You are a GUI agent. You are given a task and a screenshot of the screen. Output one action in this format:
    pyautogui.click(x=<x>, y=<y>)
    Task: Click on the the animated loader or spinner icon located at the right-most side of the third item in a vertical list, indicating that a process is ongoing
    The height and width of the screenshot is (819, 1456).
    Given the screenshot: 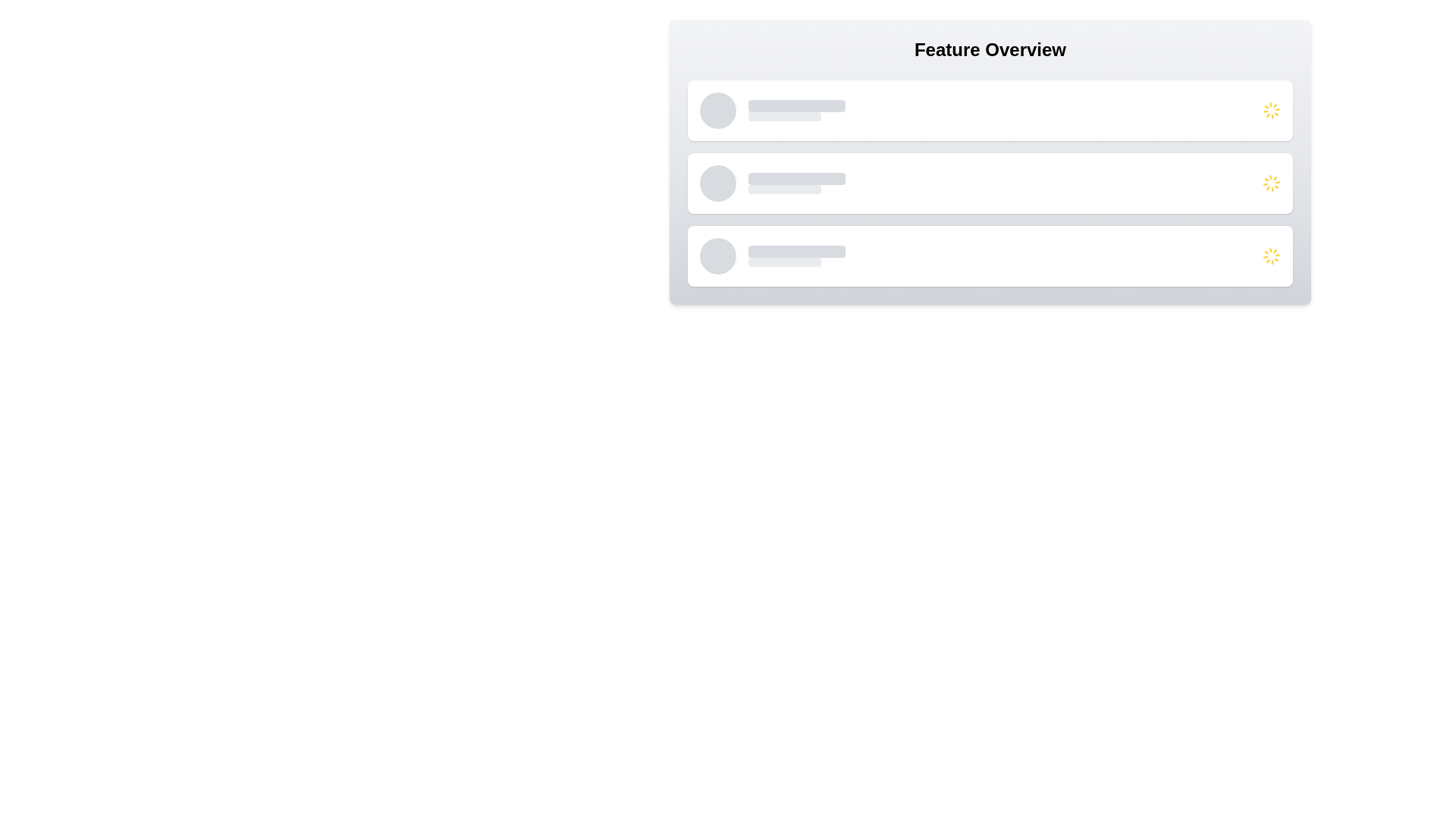 What is the action you would take?
    pyautogui.click(x=1271, y=183)
    